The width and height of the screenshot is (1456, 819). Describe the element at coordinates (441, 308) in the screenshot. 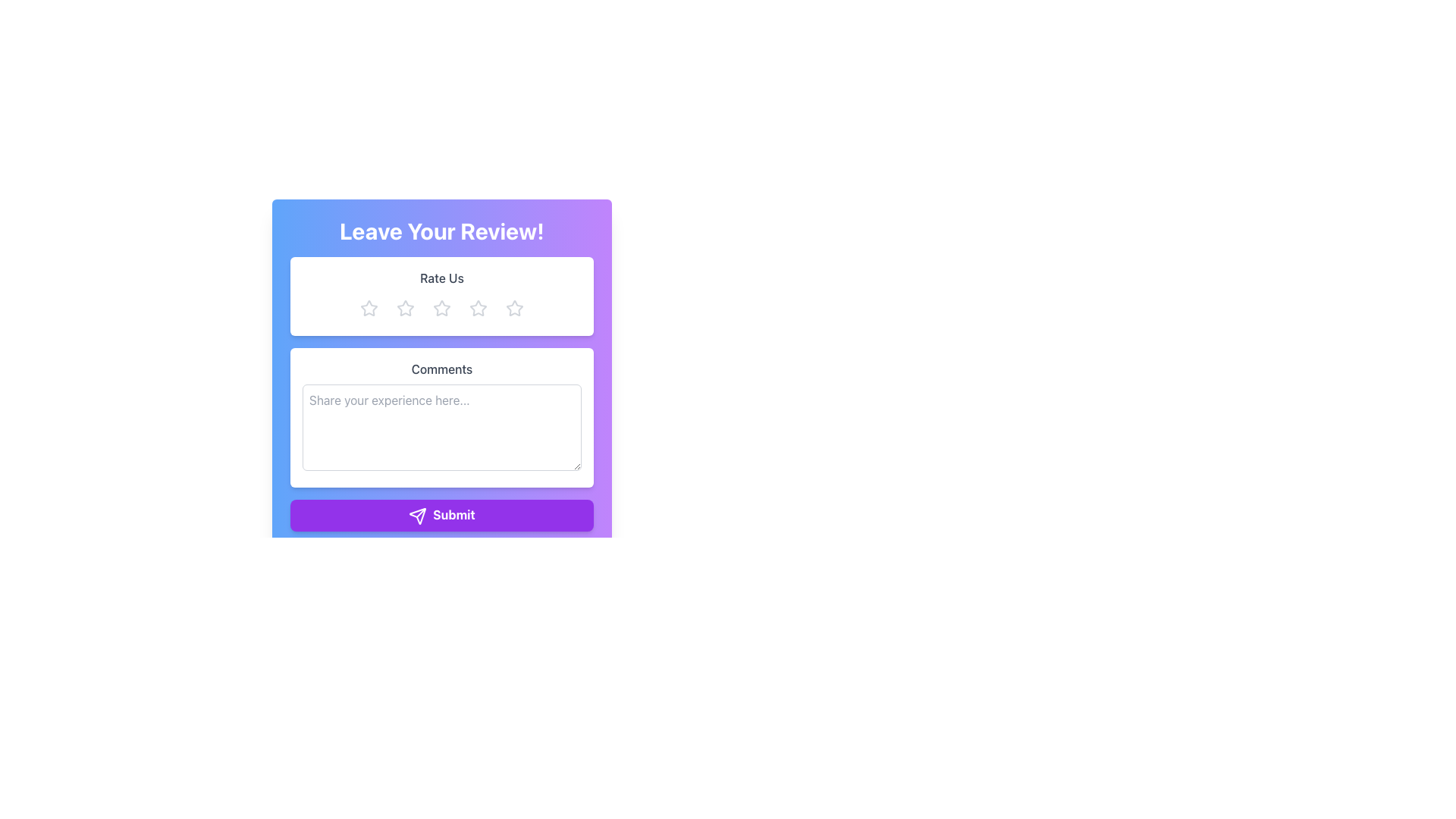

I see `the second star in the 'Rate Us' section` at that location.